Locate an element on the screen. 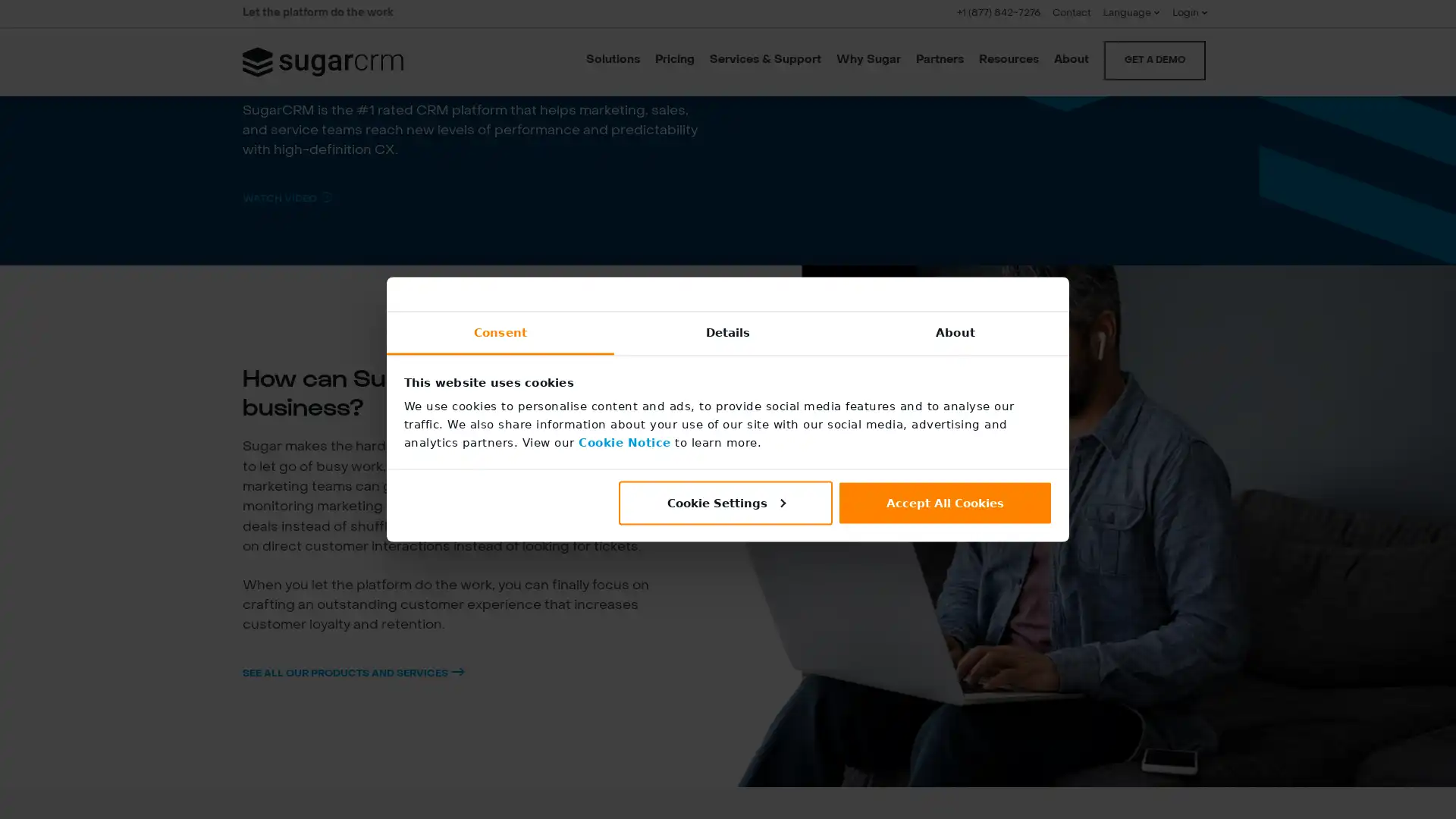 The image size is (1456, 819). CLOSE SEARCH is located at coordinates (1438, 72).